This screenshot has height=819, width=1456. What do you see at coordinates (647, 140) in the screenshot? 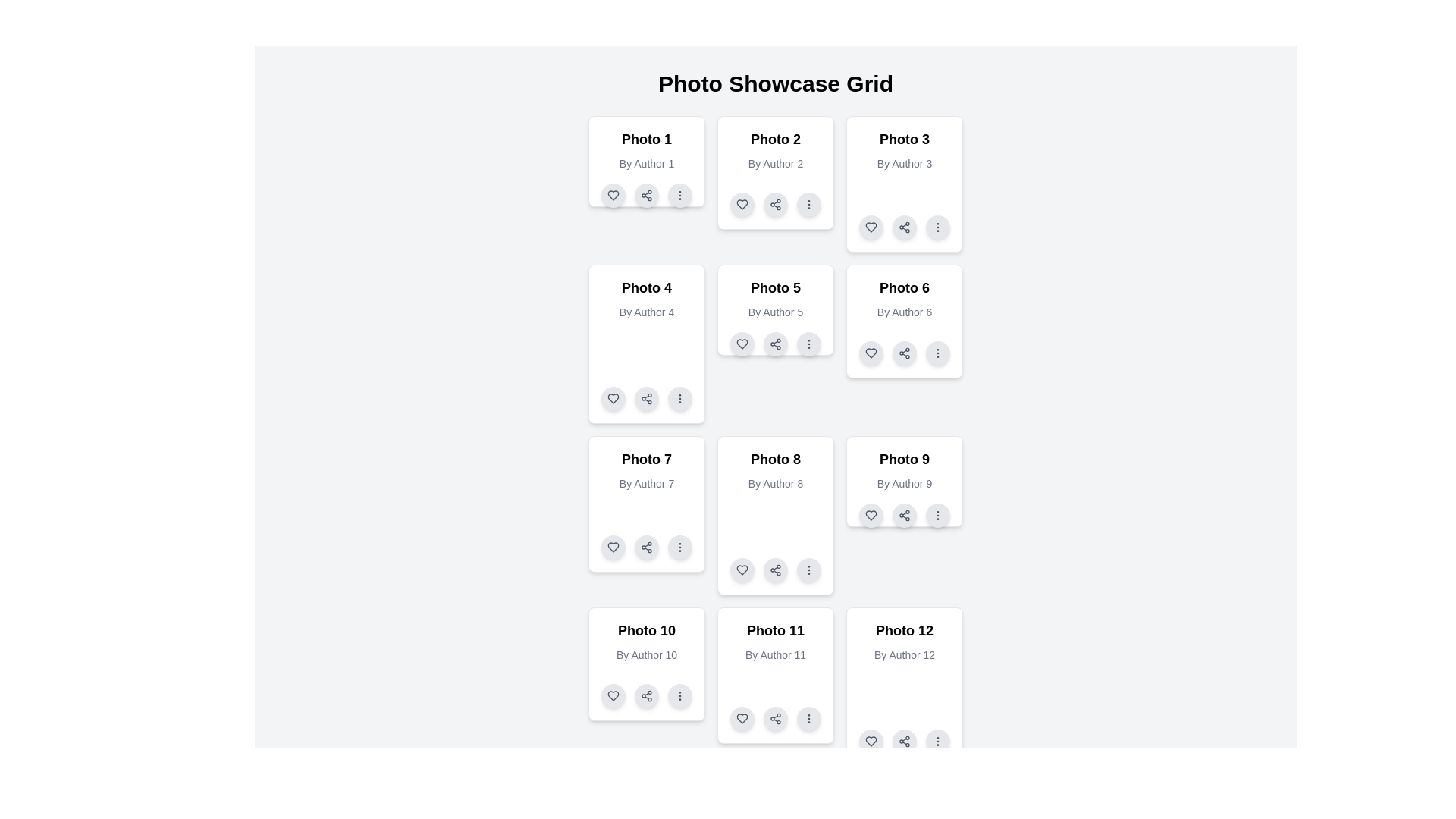
I see `the bold text element displaying 'Photo 1' at the top of the content card to select the text` at bounding box center [647, 140].